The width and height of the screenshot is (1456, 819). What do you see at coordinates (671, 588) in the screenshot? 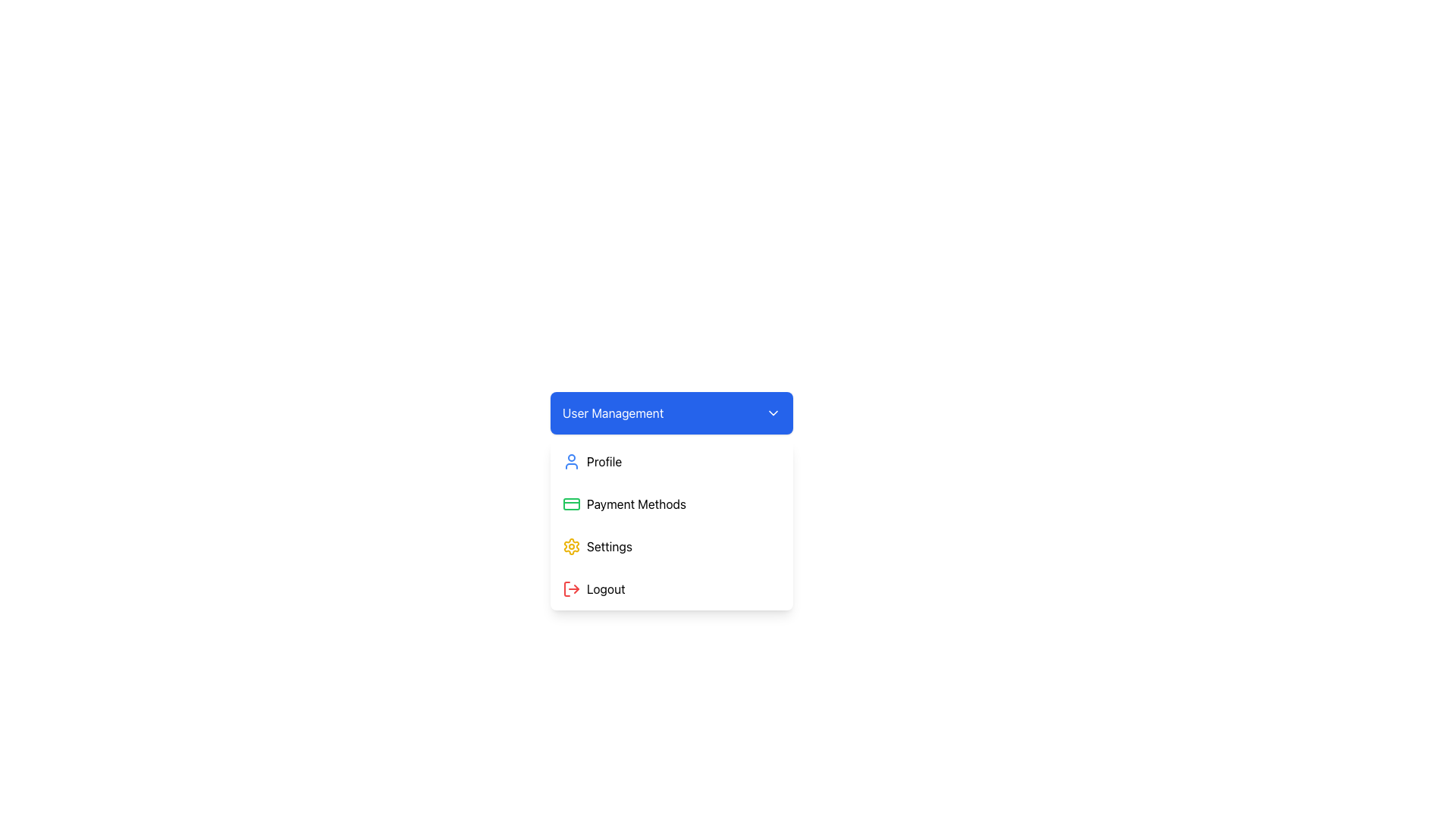
I see `the logout button, which is the fourth item in the vertical menu dropdown at the bottom of the list` at bounding box center [671, 588].